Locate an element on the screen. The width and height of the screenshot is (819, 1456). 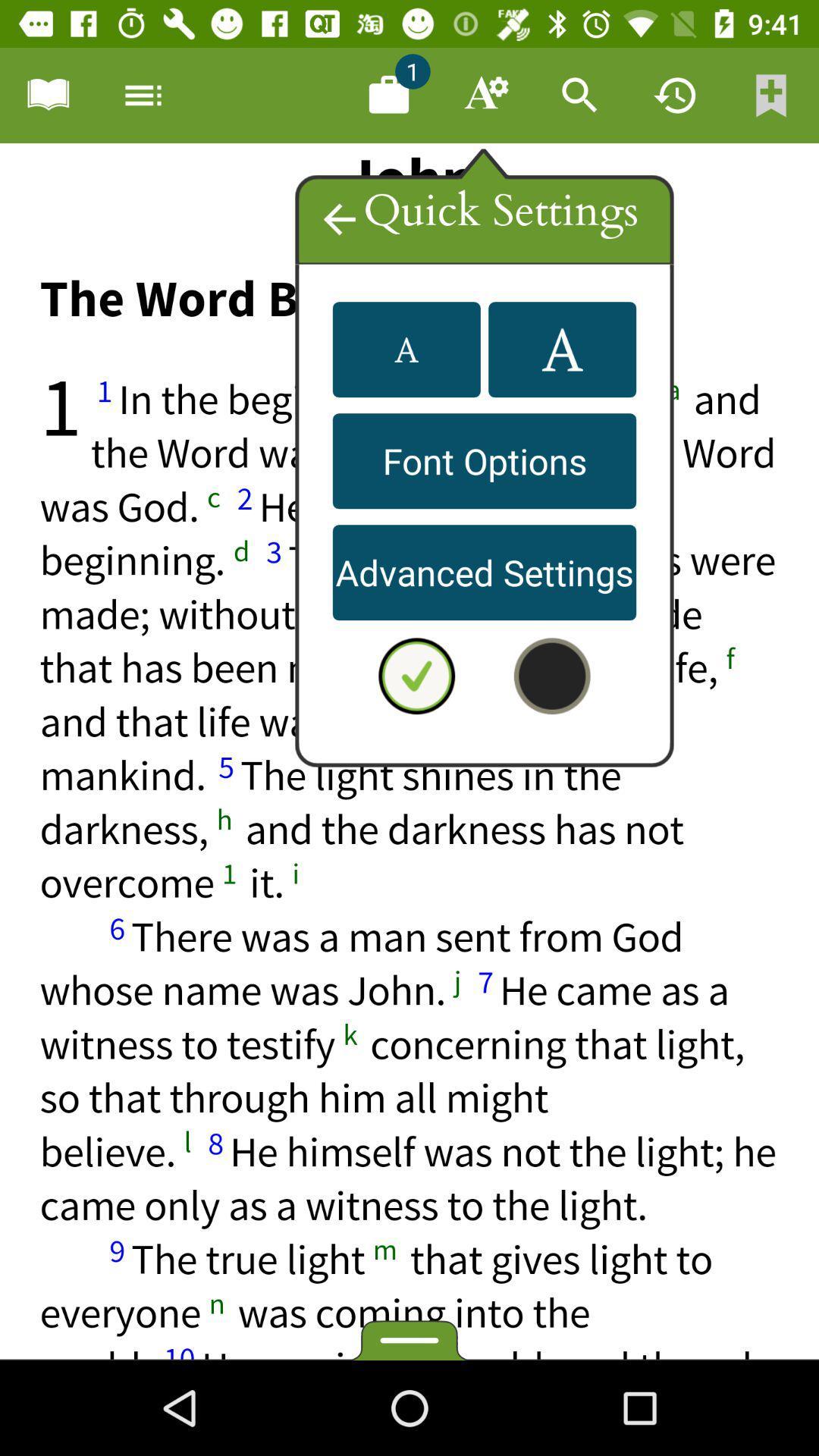
font tab is located at coordinates (485, 94).